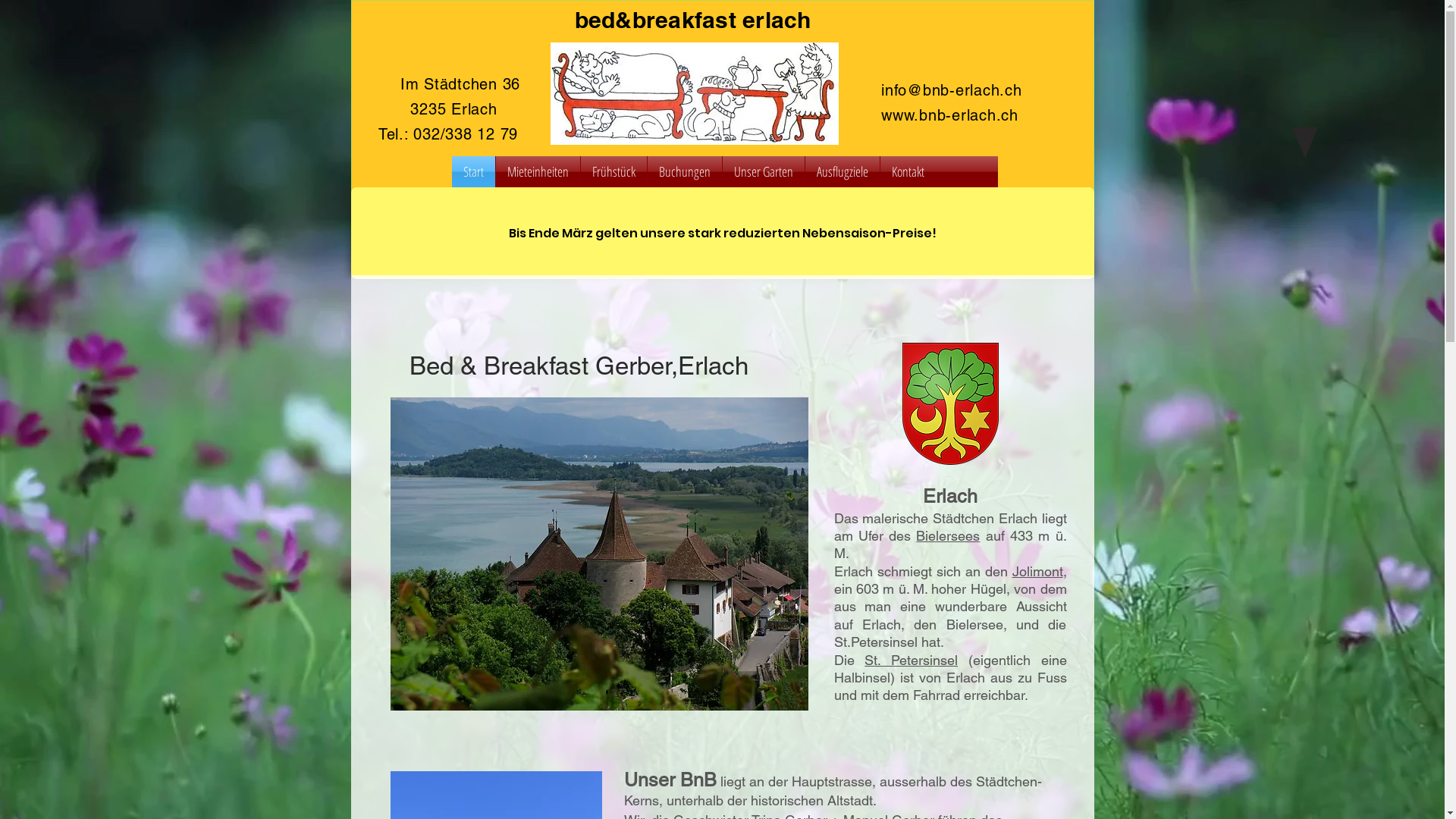 This screenshot has width=1456, height=819. What do you see at coordinates (907, 171) in the screenshot?
I see `'Kontakt'` at bounding box center [907, 171].